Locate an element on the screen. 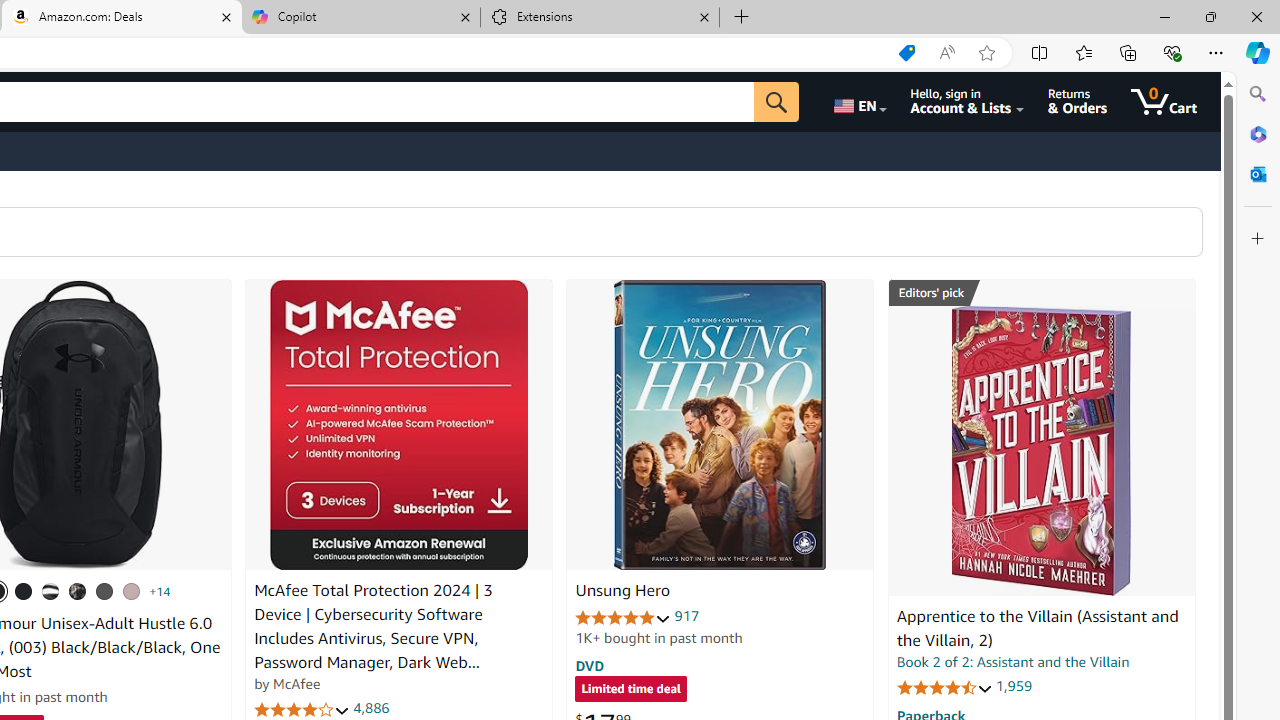 This screenshot has width=1280, height=720. 'Unsung Hero' is located at coordinates (720, 424).